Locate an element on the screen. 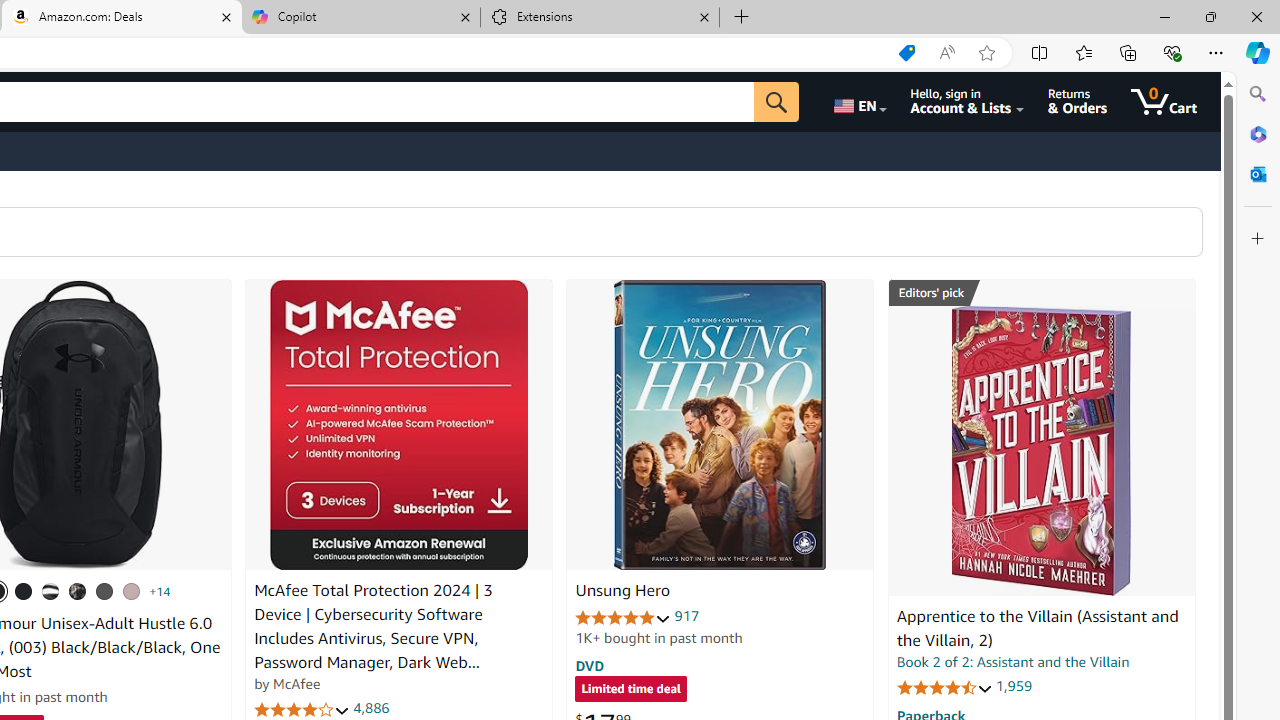 This screenshot has width=1280, height=720. 'Unsung Hero' is located at coordinates (720, 424).